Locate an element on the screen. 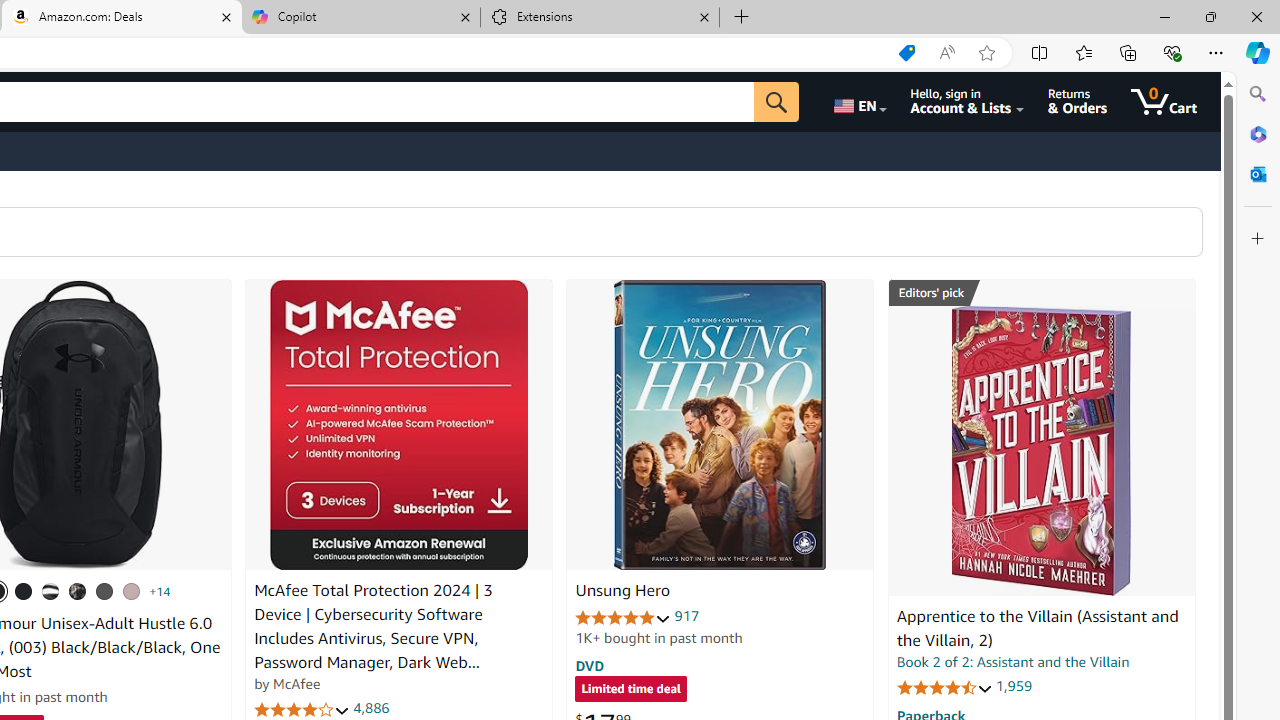 This screenshot has width=1280, height=720. 'Unsung Hero' is located at coordinates (720, 424).